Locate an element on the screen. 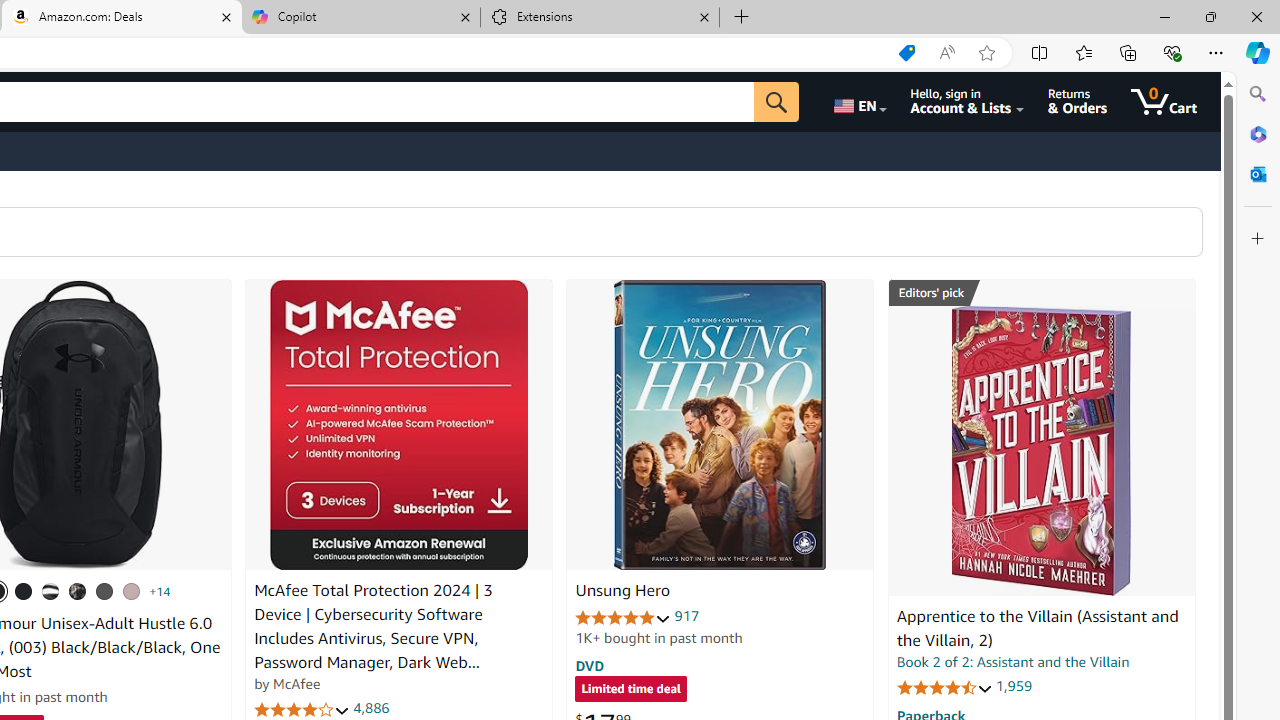 This screenshot has width=1280, height=720. 'Unsung Hero' is located at coordinates (720, 424).